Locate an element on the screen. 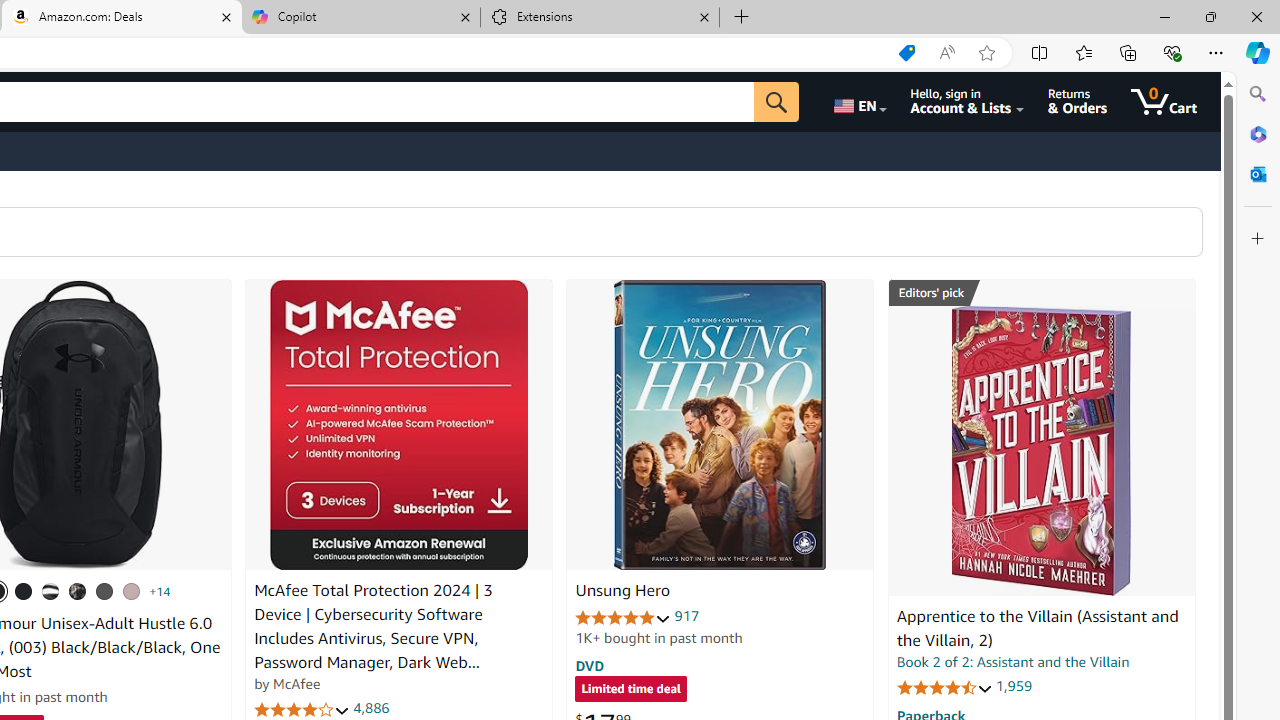 This screenshot has width=1280, height=720. 'Unsung Hero' is located at coordinates (720, 424).